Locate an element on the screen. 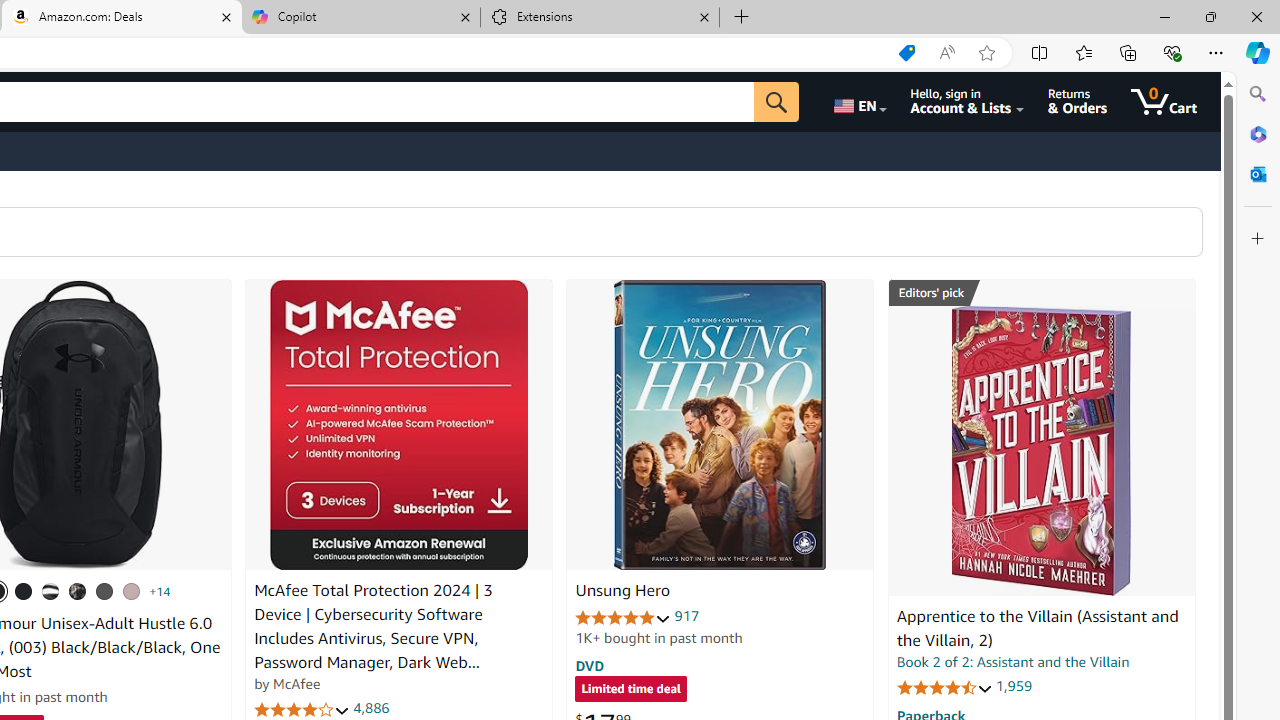 This screenshot has width=1280, height=720. 'Unsung Hero' is located at coordinates (720, 424).